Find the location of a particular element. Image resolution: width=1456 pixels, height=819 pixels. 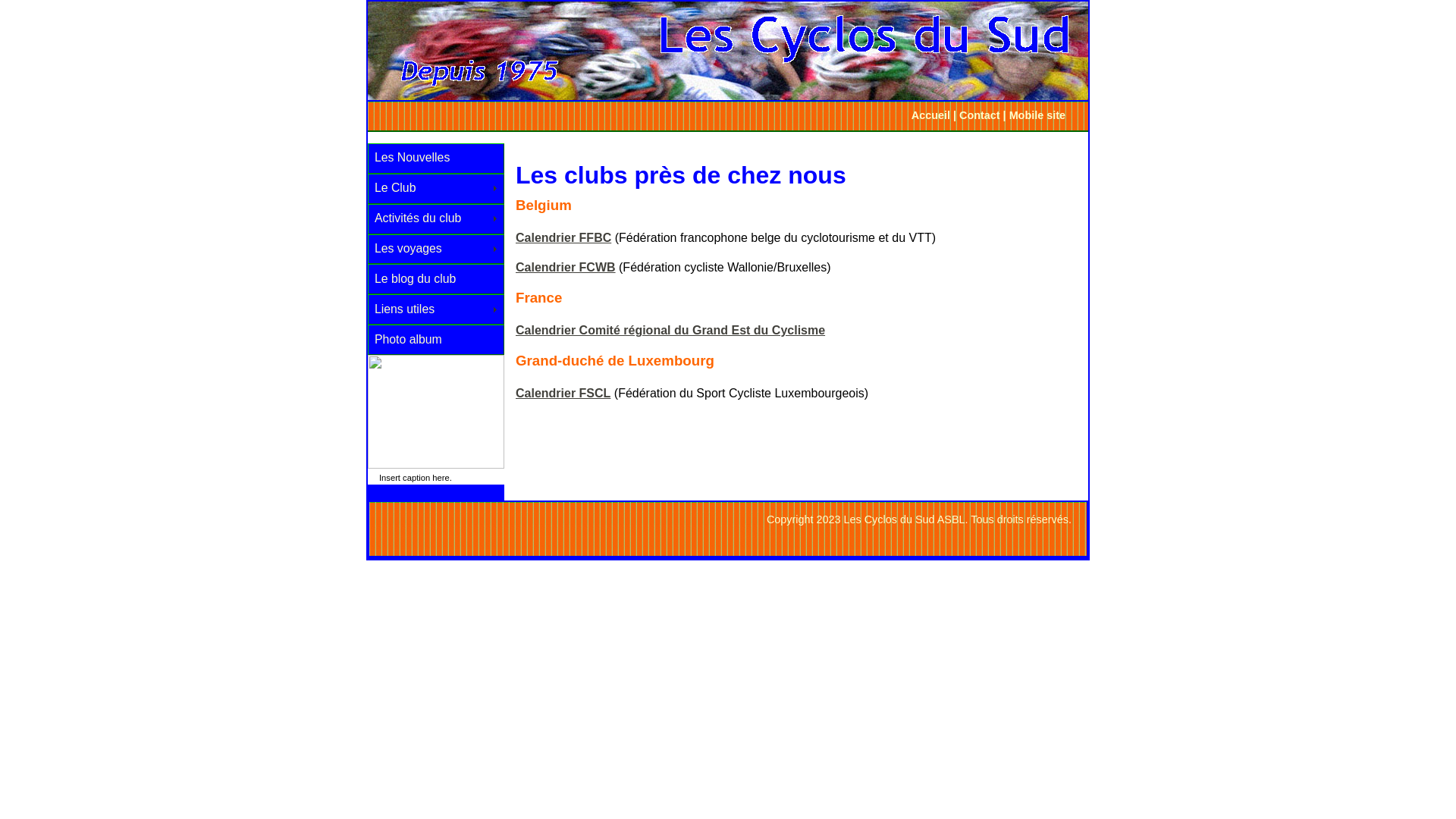

'Le blog du club' is located at coordinates (435, 278).